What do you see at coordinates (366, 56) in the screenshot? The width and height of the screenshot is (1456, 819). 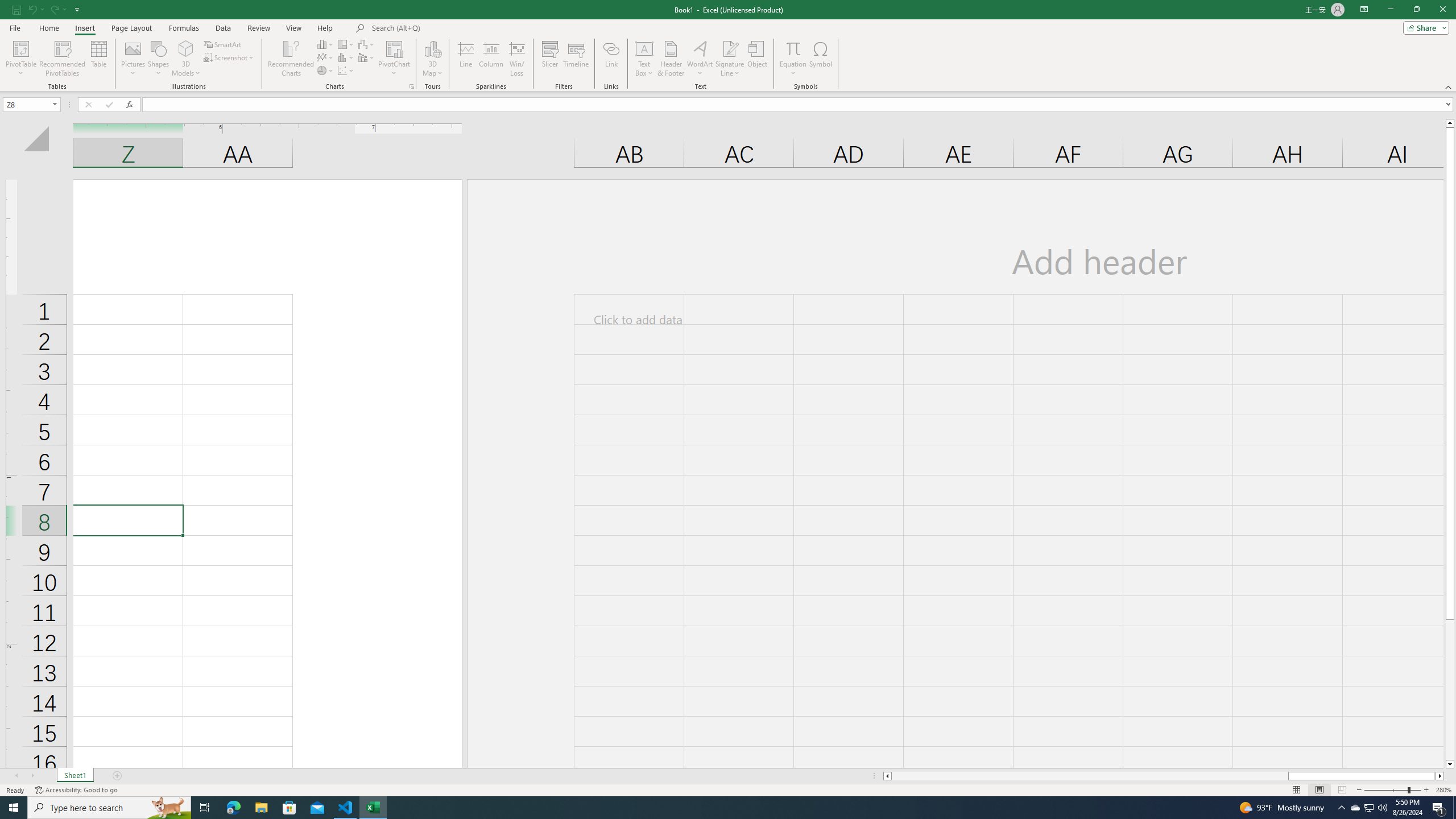 I see `'Insert Combo Chart'` at bounding box center [366, 56].